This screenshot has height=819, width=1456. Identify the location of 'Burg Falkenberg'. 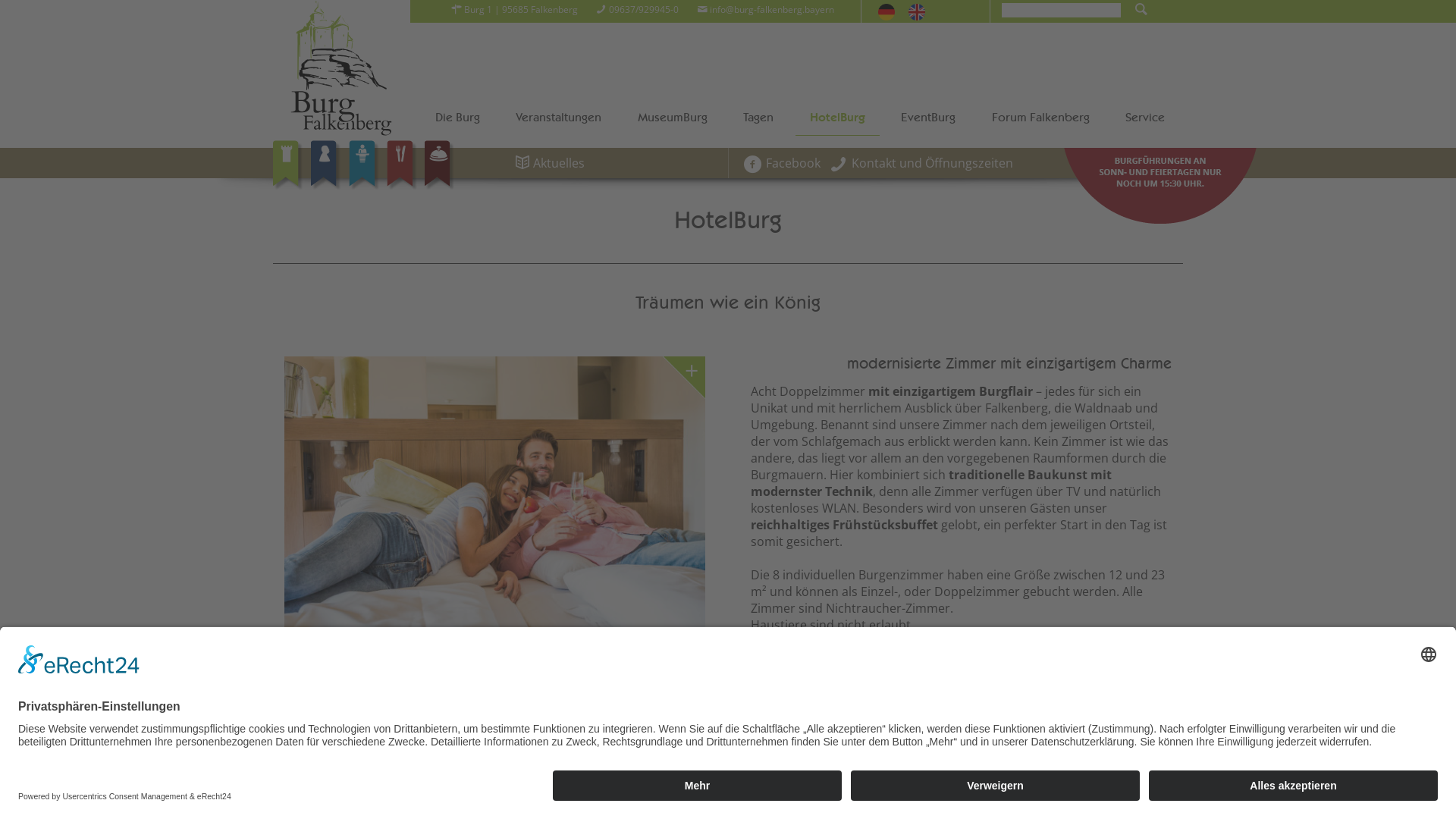
(340, 67).